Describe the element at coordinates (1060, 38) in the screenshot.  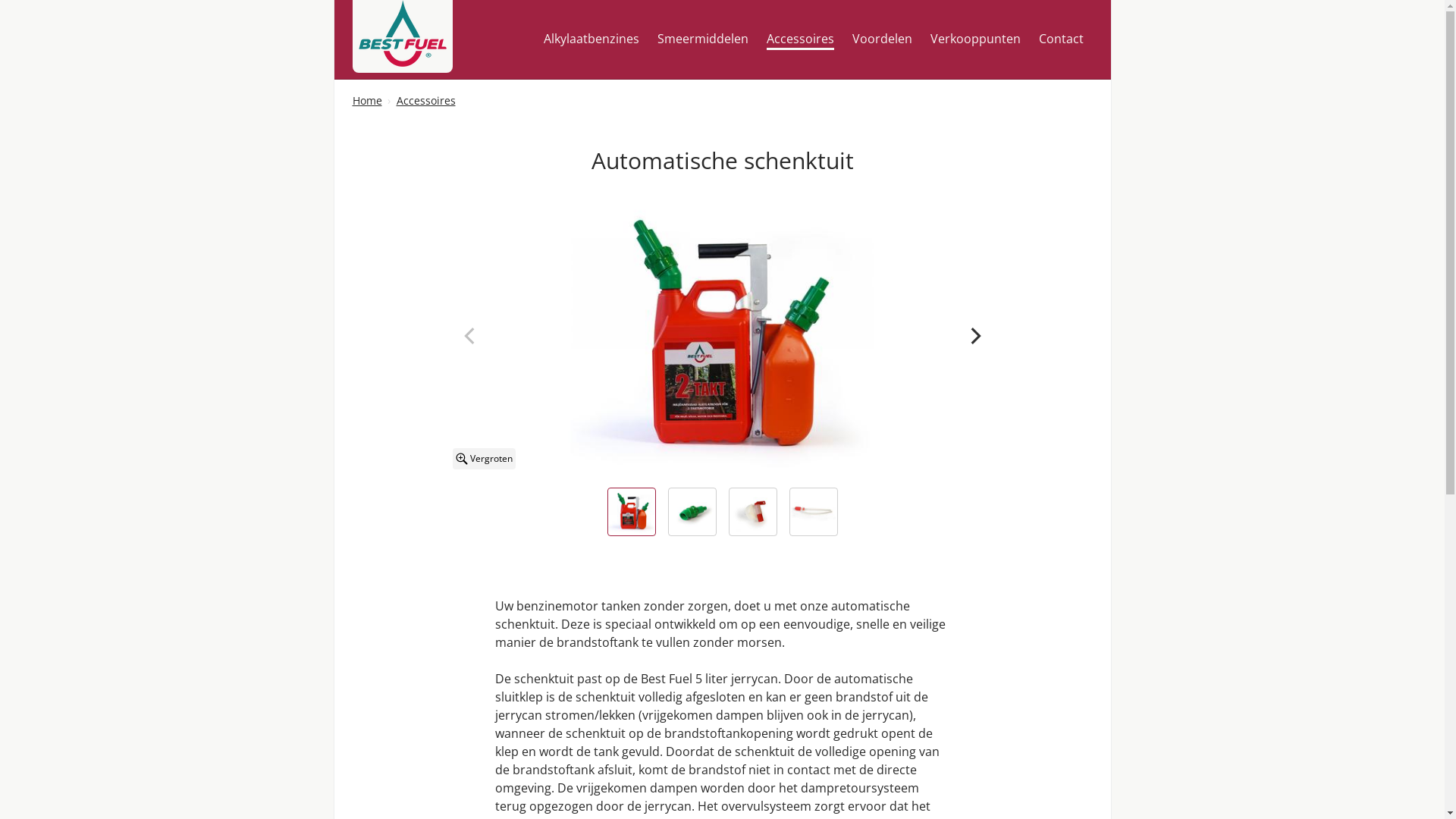
I see `'Contact'` at that location.